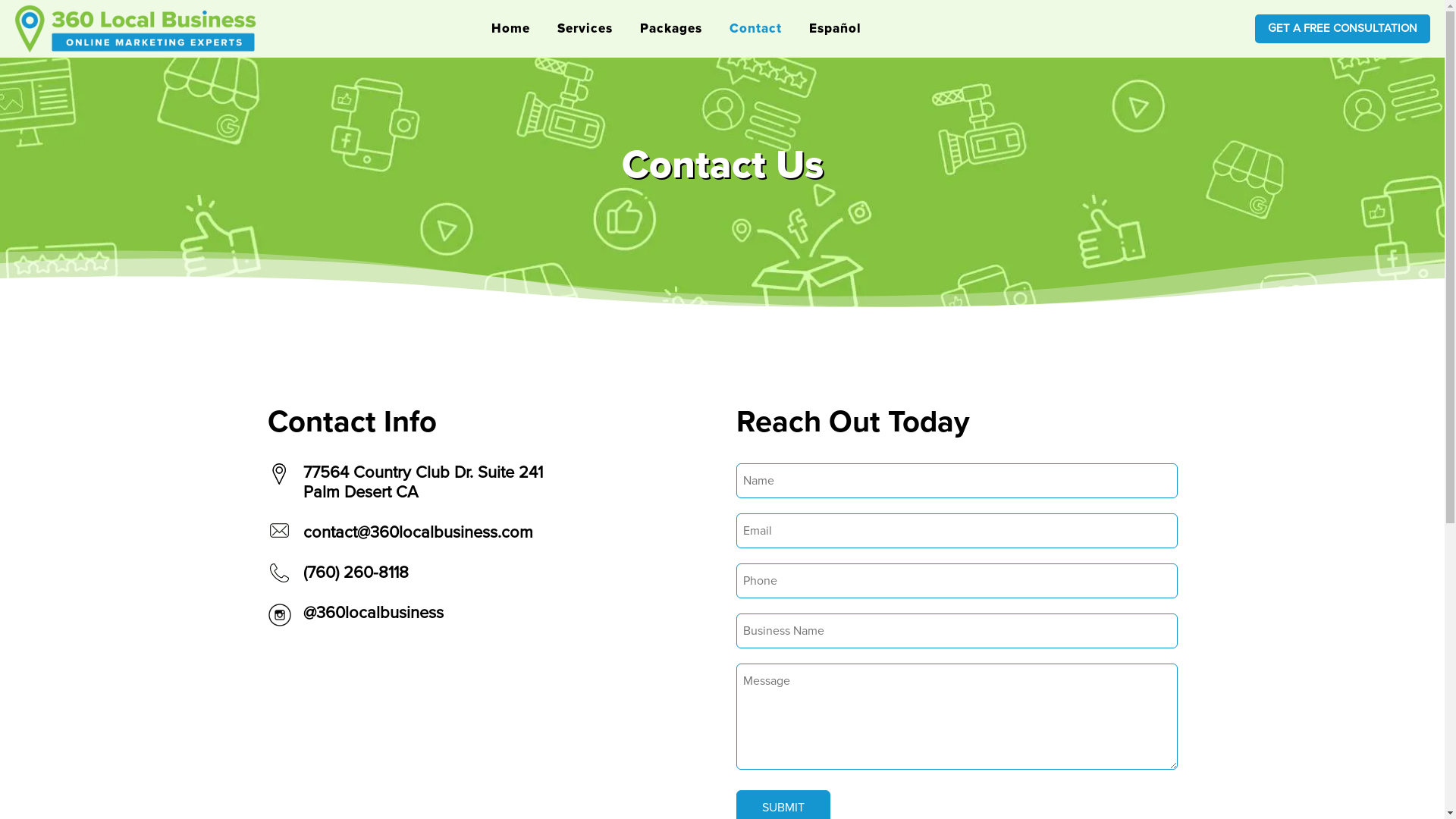 The image size is (1456, 819). Describe the element at coordinates (755, 29) in the screenshot. I see `'Contact'` at that location.